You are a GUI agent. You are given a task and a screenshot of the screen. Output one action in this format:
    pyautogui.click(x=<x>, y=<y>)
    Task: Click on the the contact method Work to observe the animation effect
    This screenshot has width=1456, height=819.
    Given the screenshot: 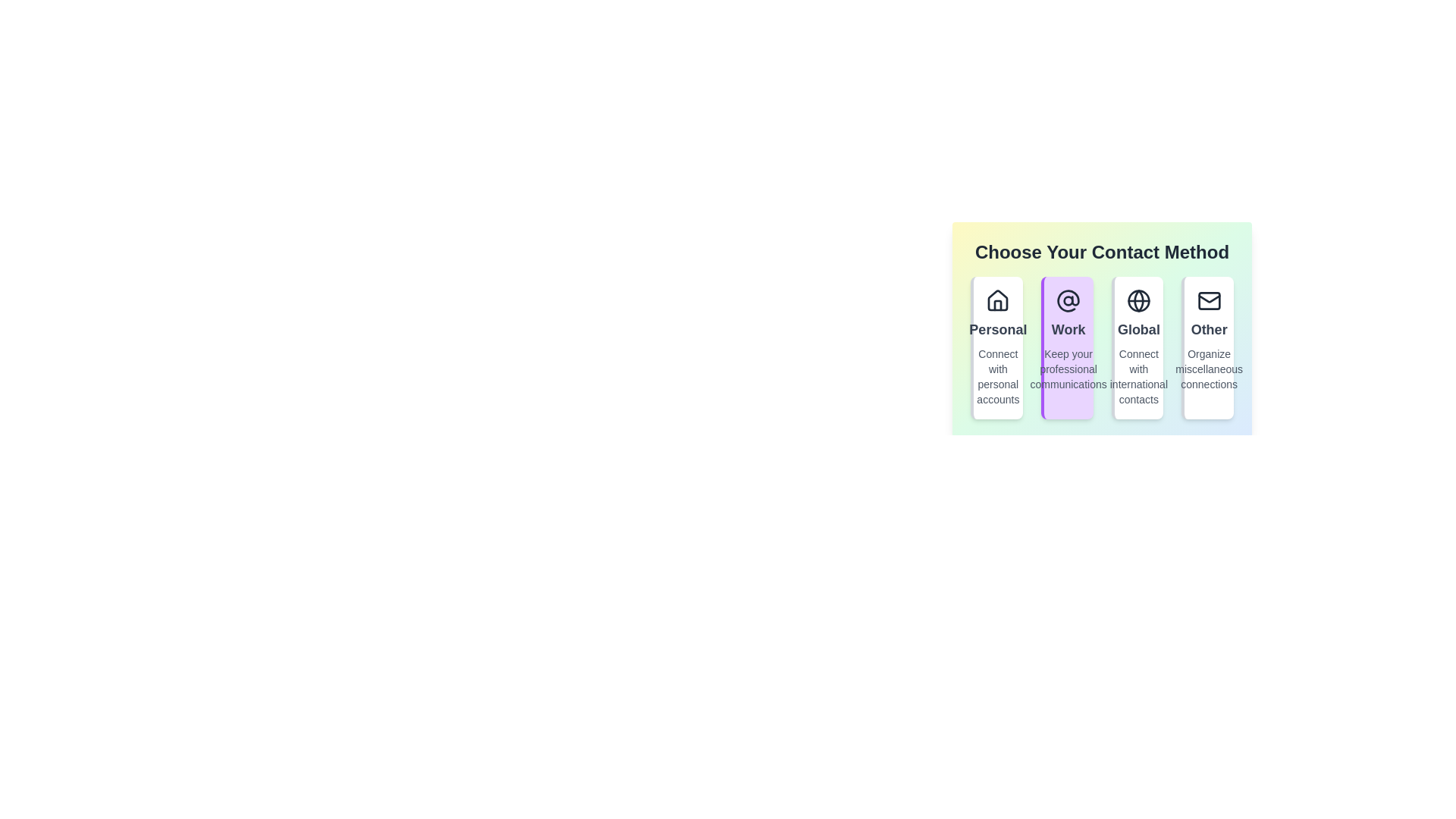 What is the action you would take?
    pyautogui.click(x=1066, y=348)
    